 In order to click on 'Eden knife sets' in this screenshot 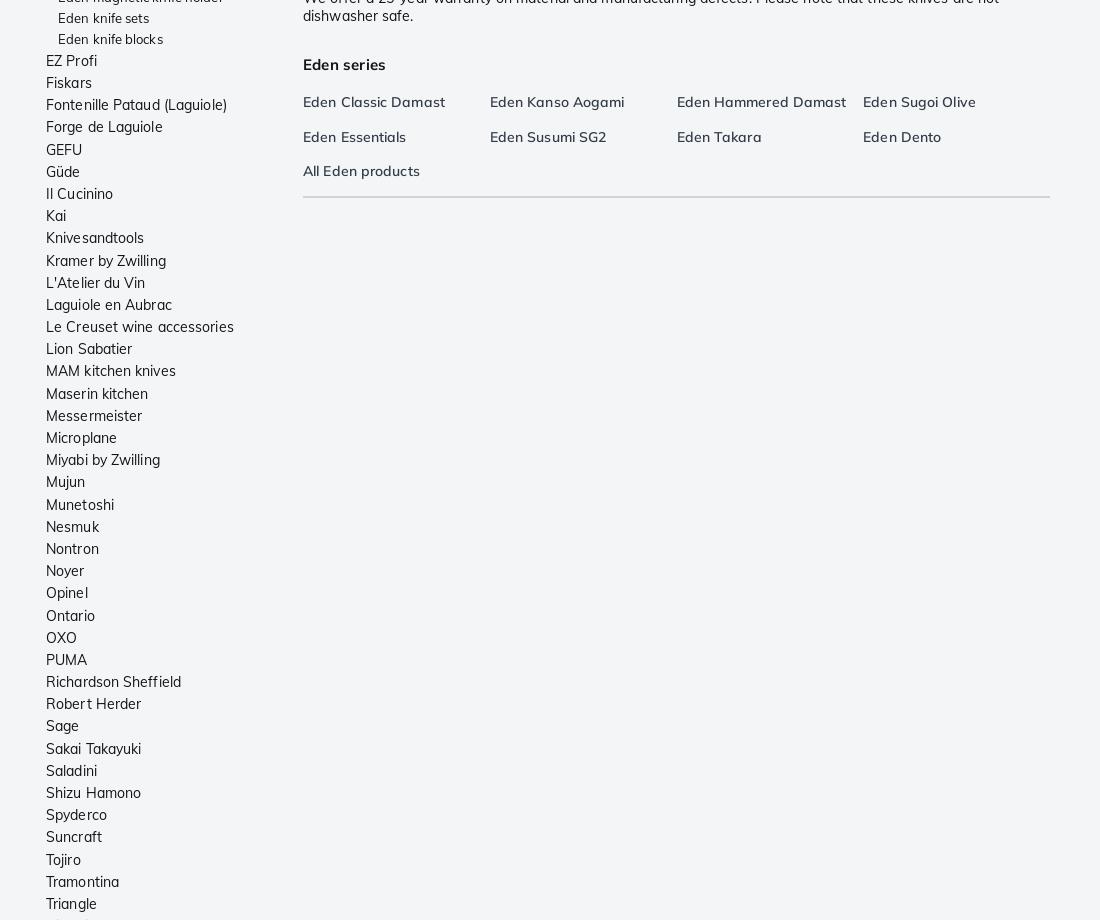, I will do `click(103, 18)`.